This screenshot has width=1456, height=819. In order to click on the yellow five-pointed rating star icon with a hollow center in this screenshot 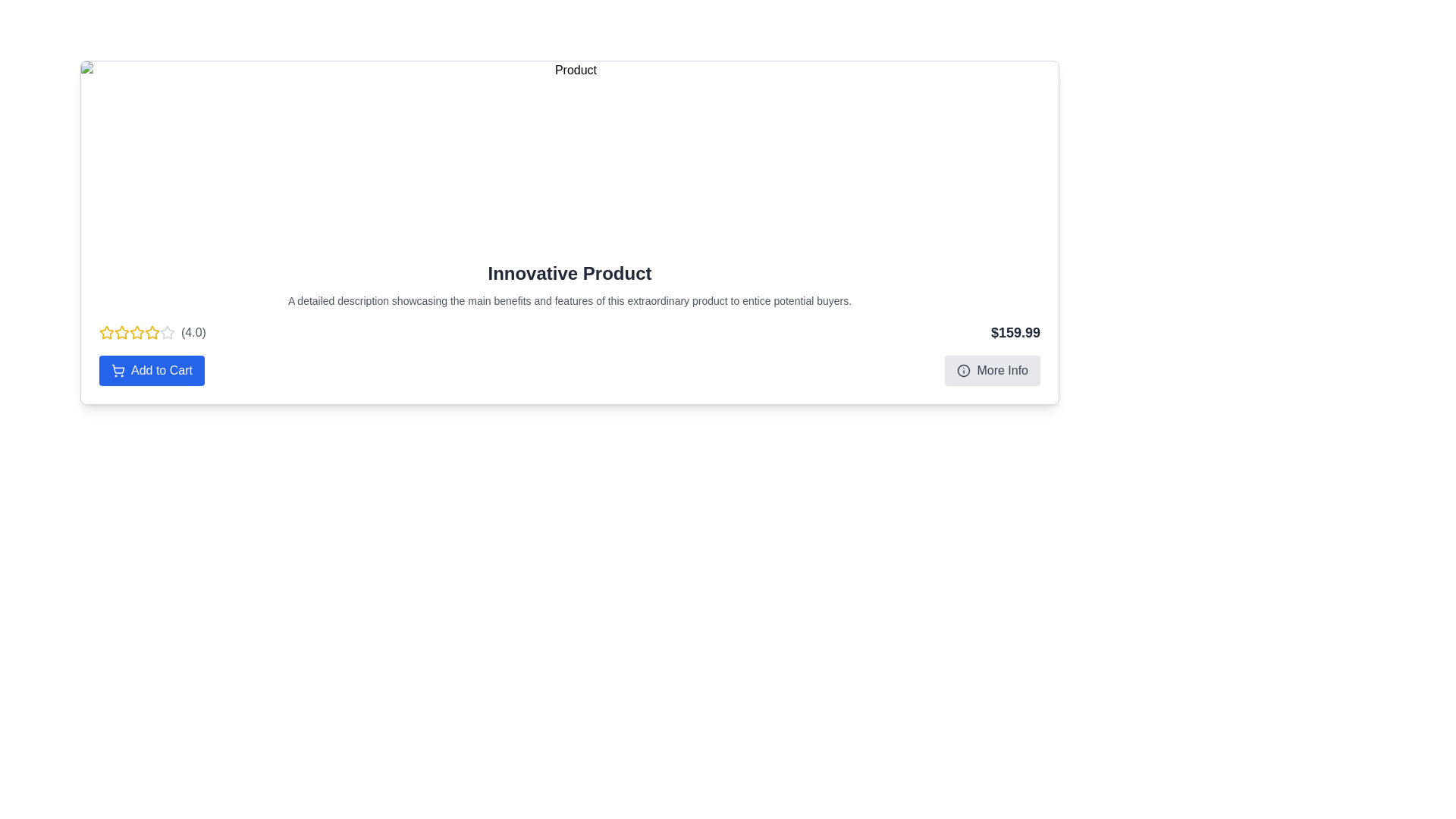, I will do `click(105, 331)`.